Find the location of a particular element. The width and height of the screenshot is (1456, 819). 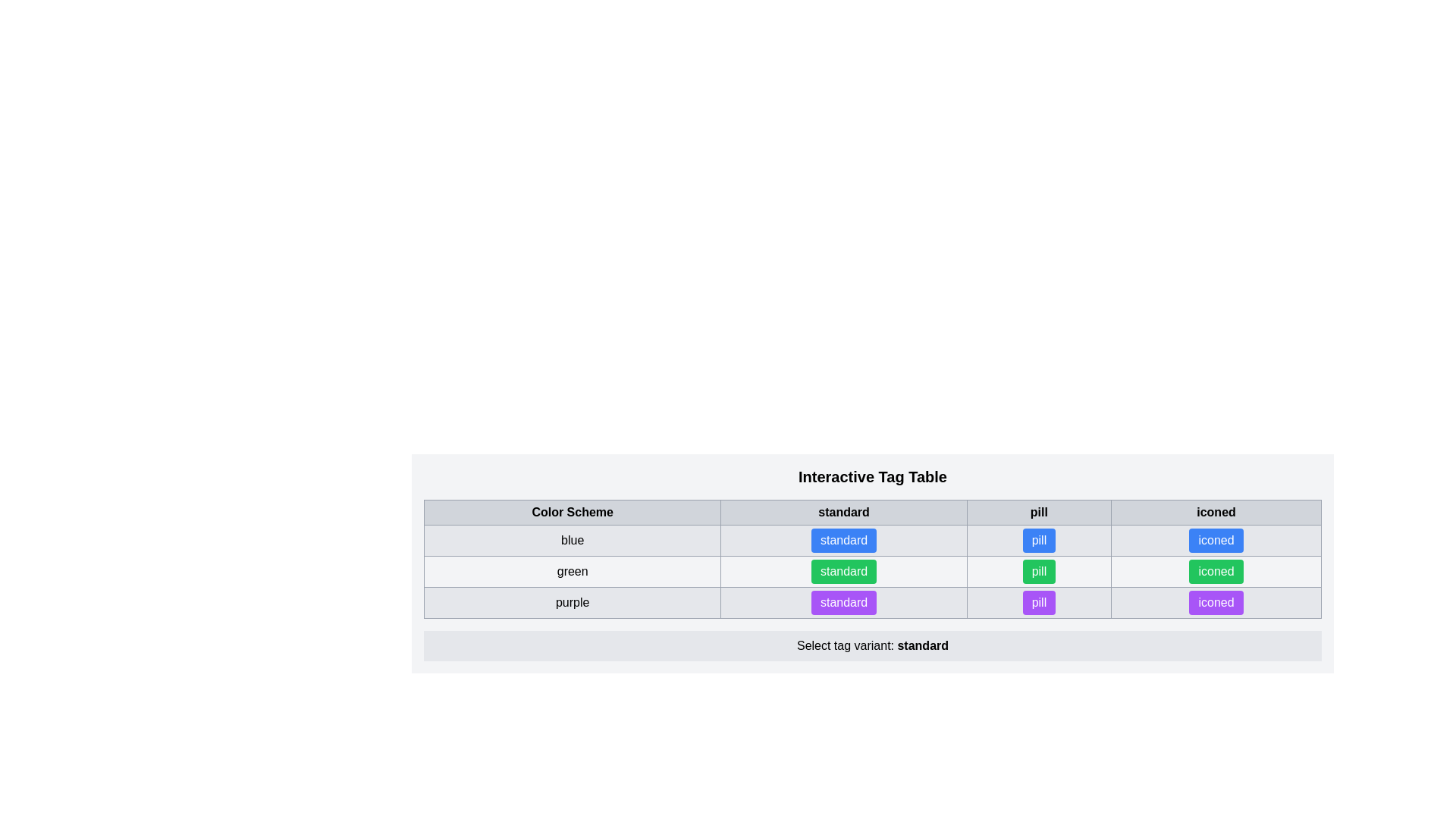

the rounded rectangular blue button labeled 'standard' is located at coordinates (843, 540).